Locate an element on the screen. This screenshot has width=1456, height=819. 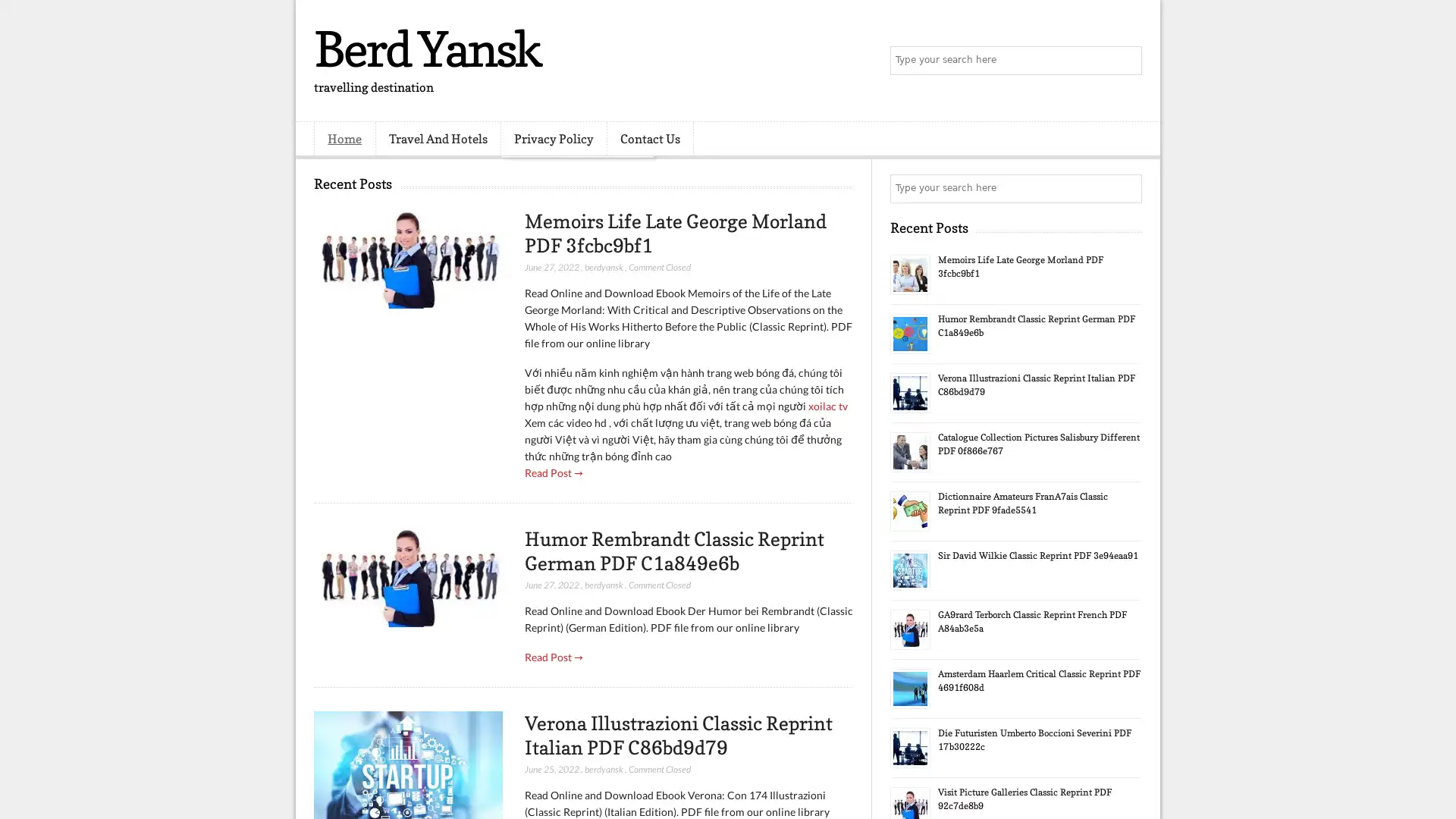
Search is located at coordinates (1126, 188).